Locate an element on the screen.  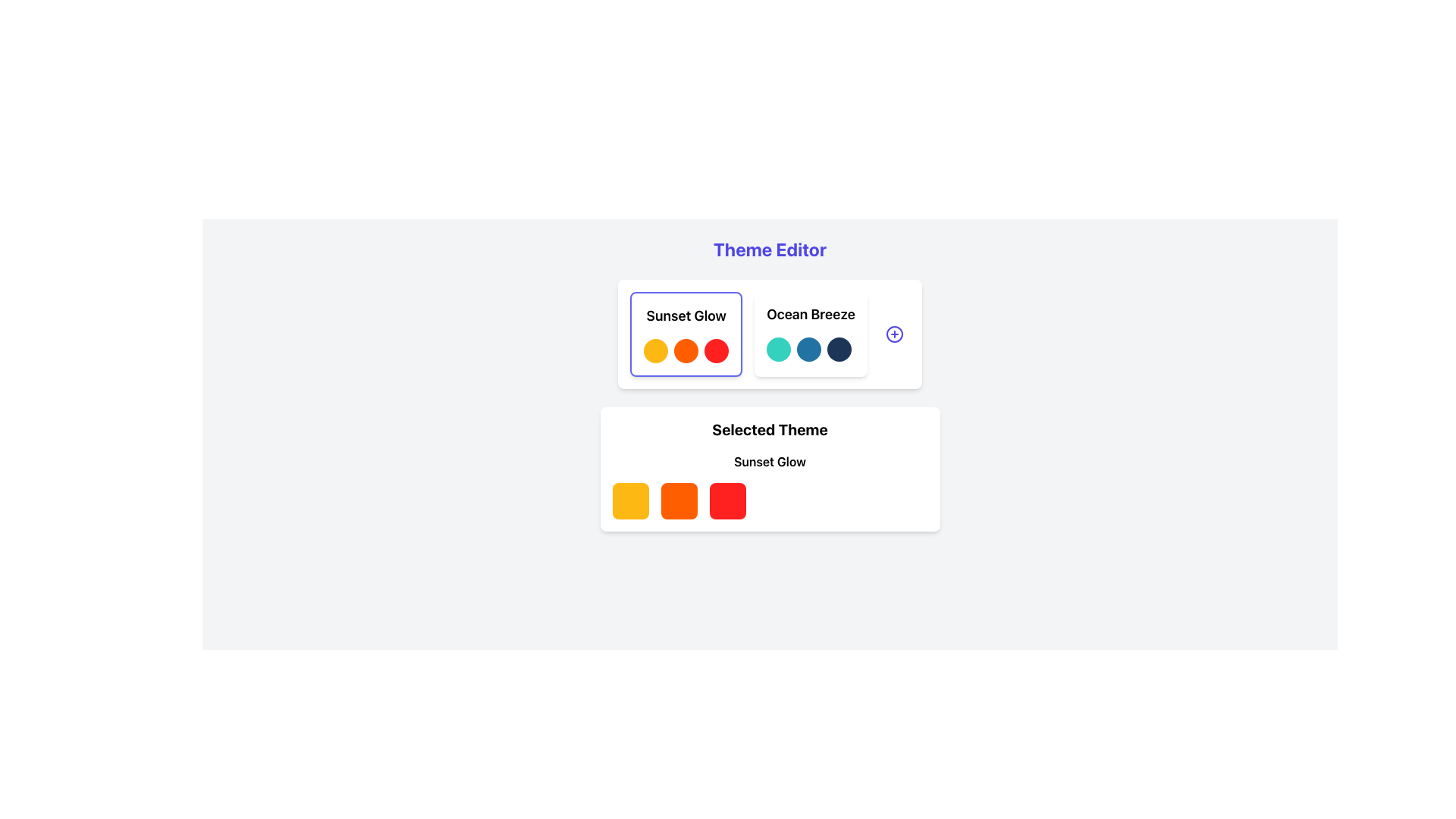
the circular '+' button located under the 'Ocean Breeze' theme card, positioned at the right edge of the theme grid is located at coordinates (894, 333).